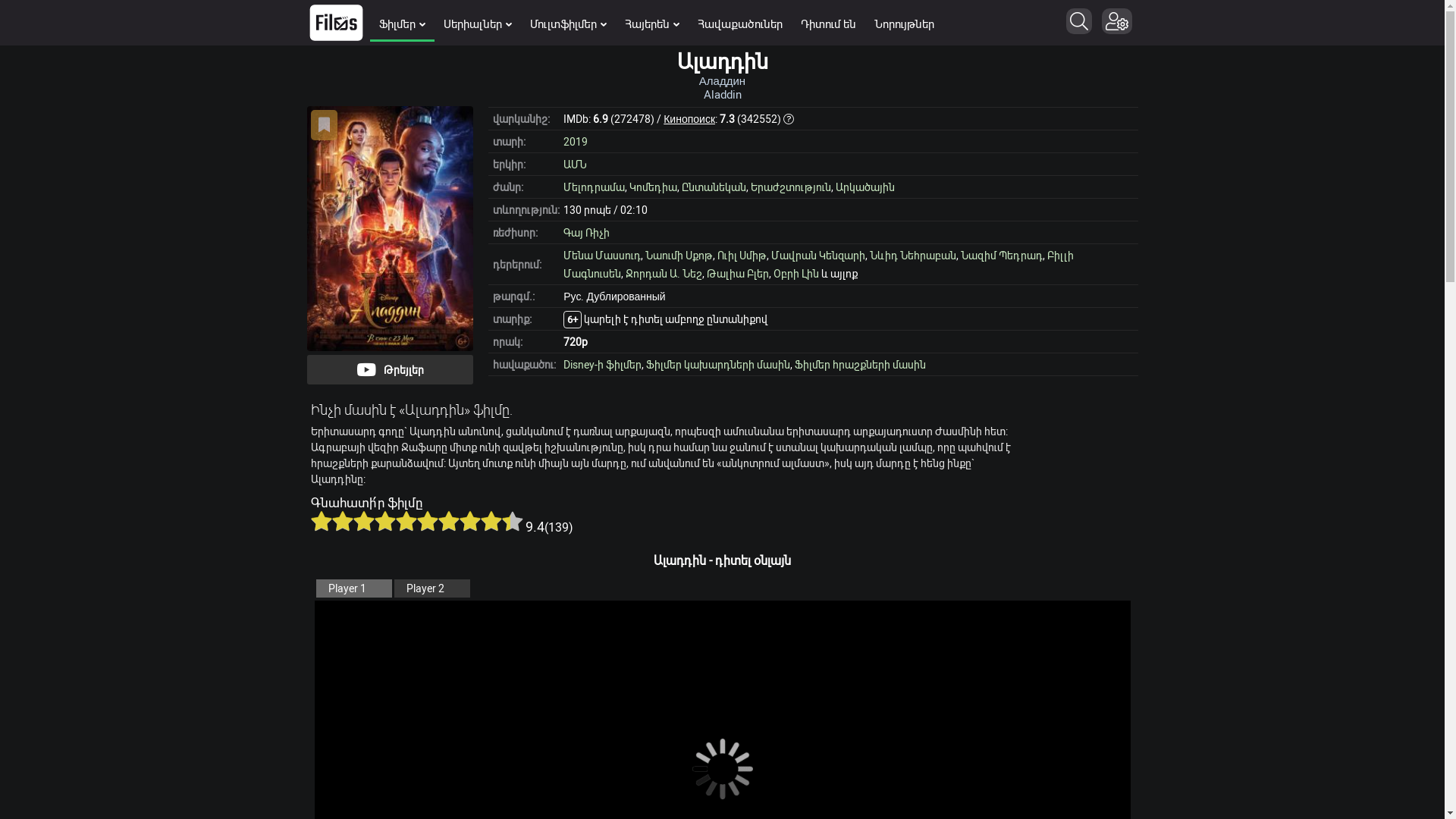  What do you see at coordinates (364, 519) in the screenshot?
I see `'3'` at bounding box center [364, 519].